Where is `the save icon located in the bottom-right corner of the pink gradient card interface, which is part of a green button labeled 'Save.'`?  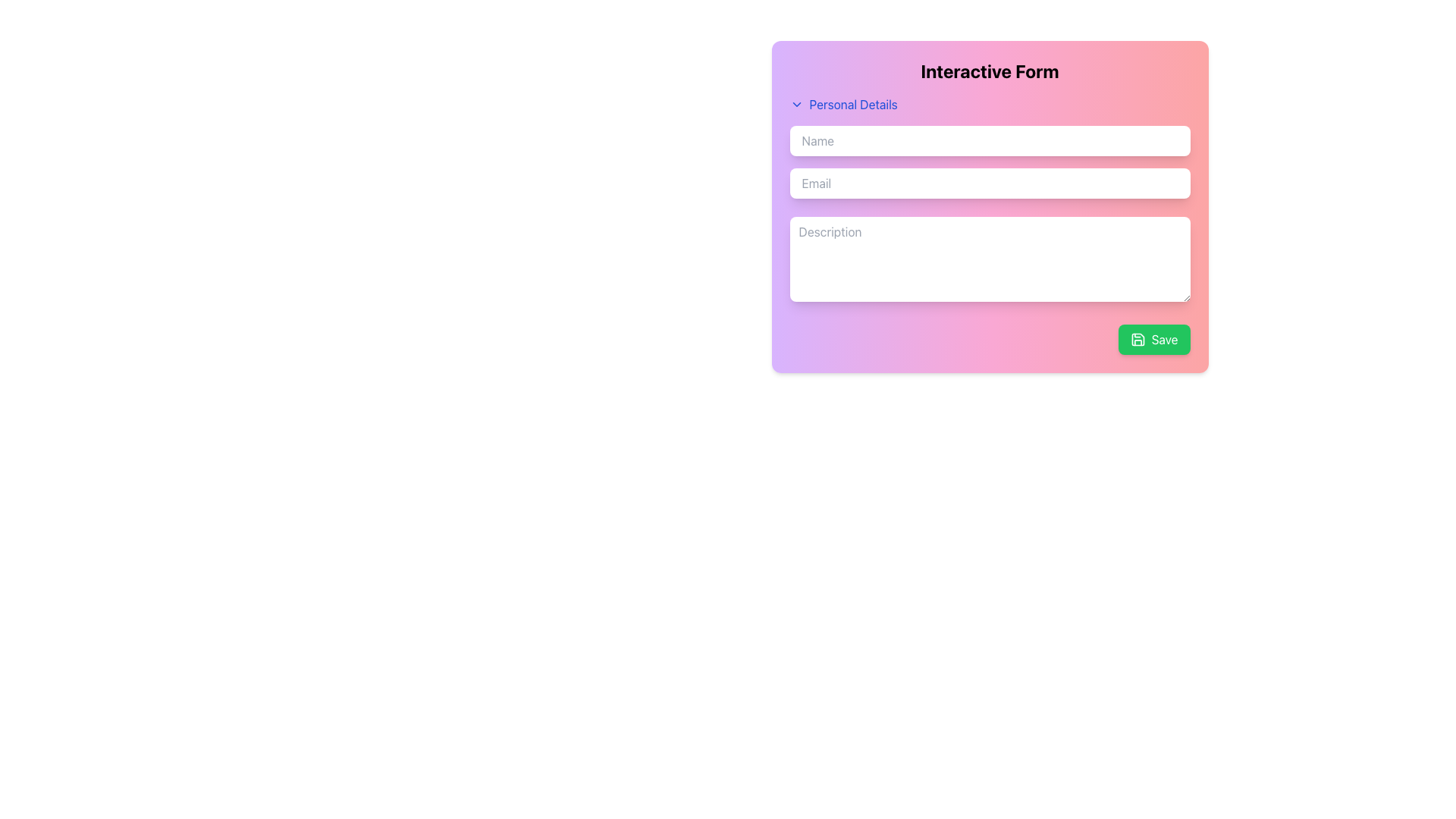 the save icon located in the bottom-right corner of the pink gradient card interface, which is part of a green button labeled 'Save.' is located at coordinates (1137, 338).